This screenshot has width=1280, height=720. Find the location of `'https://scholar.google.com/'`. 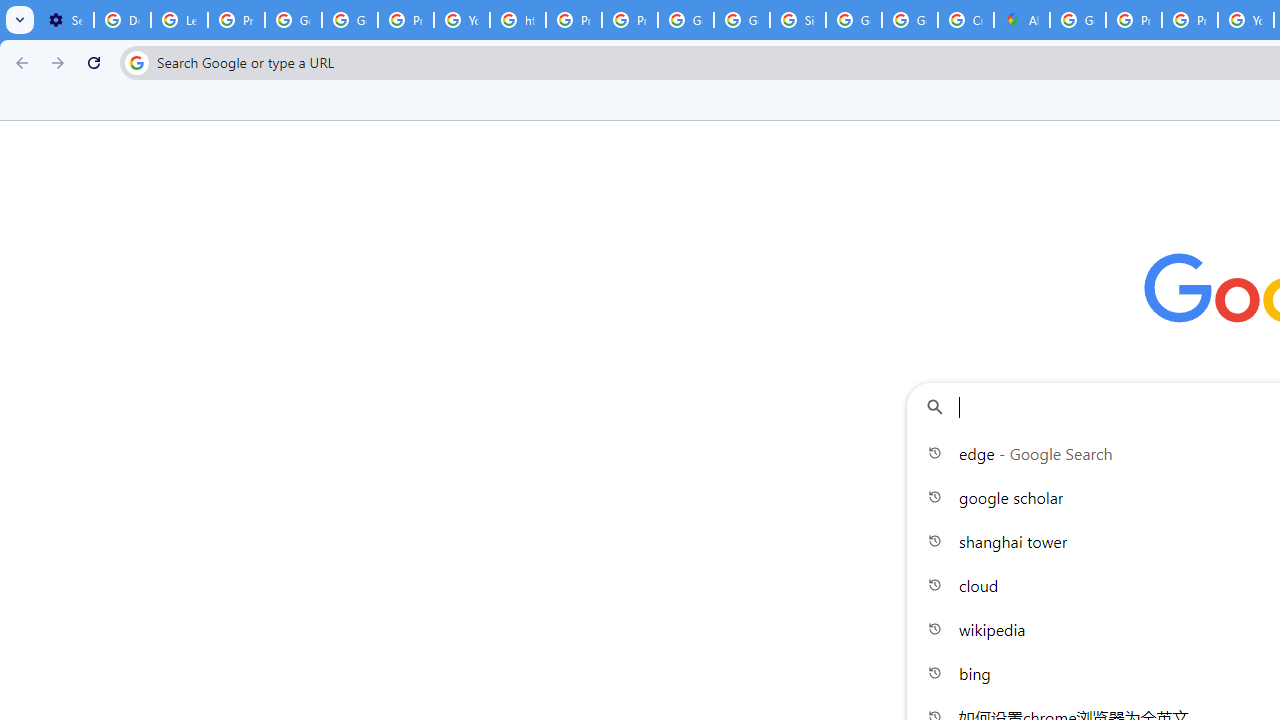

'https://scholar.google.com/' is located at coordinates (518, 20).